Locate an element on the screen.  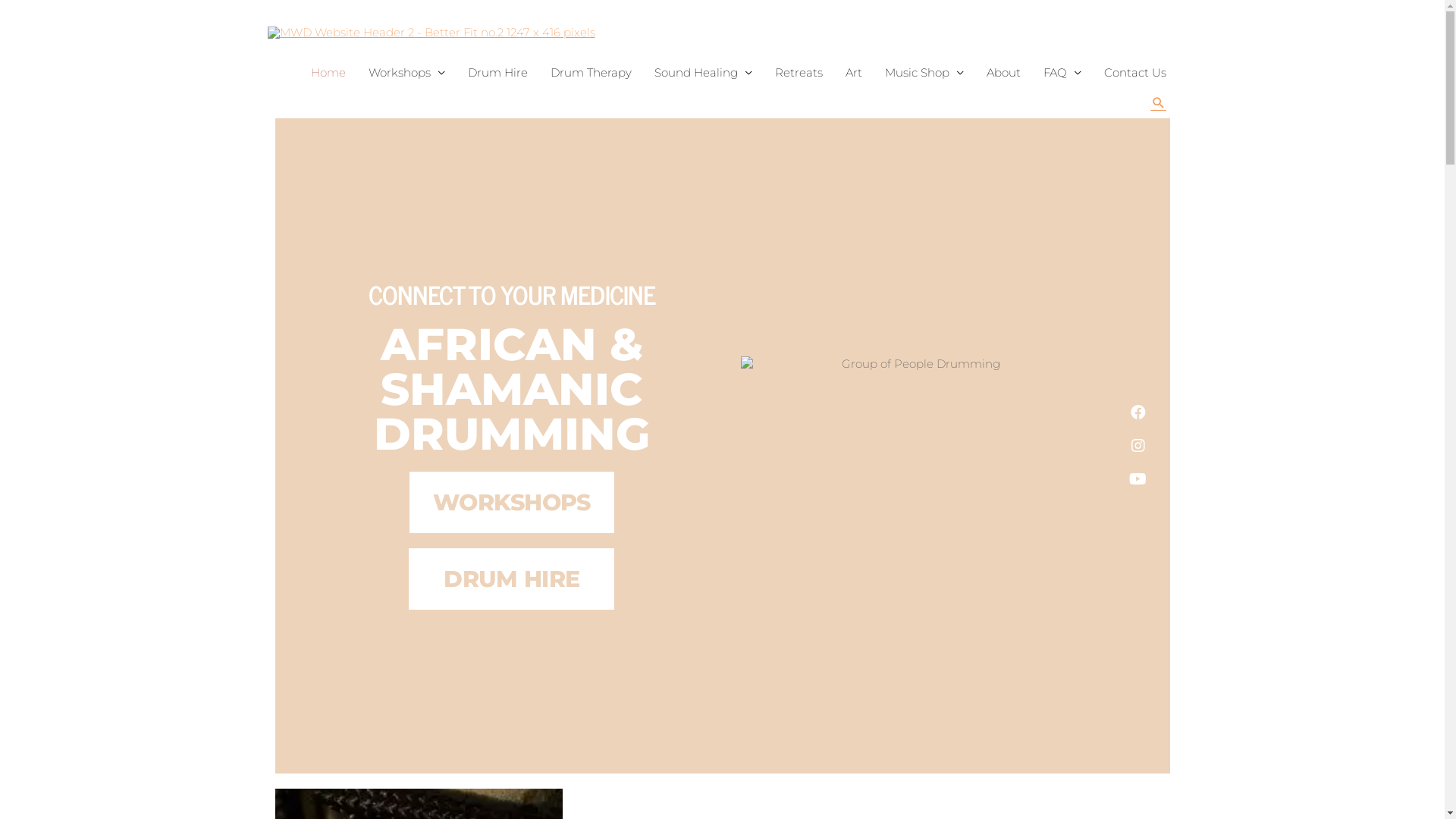
'Drum Hire' is located at coordinates (455, 73).